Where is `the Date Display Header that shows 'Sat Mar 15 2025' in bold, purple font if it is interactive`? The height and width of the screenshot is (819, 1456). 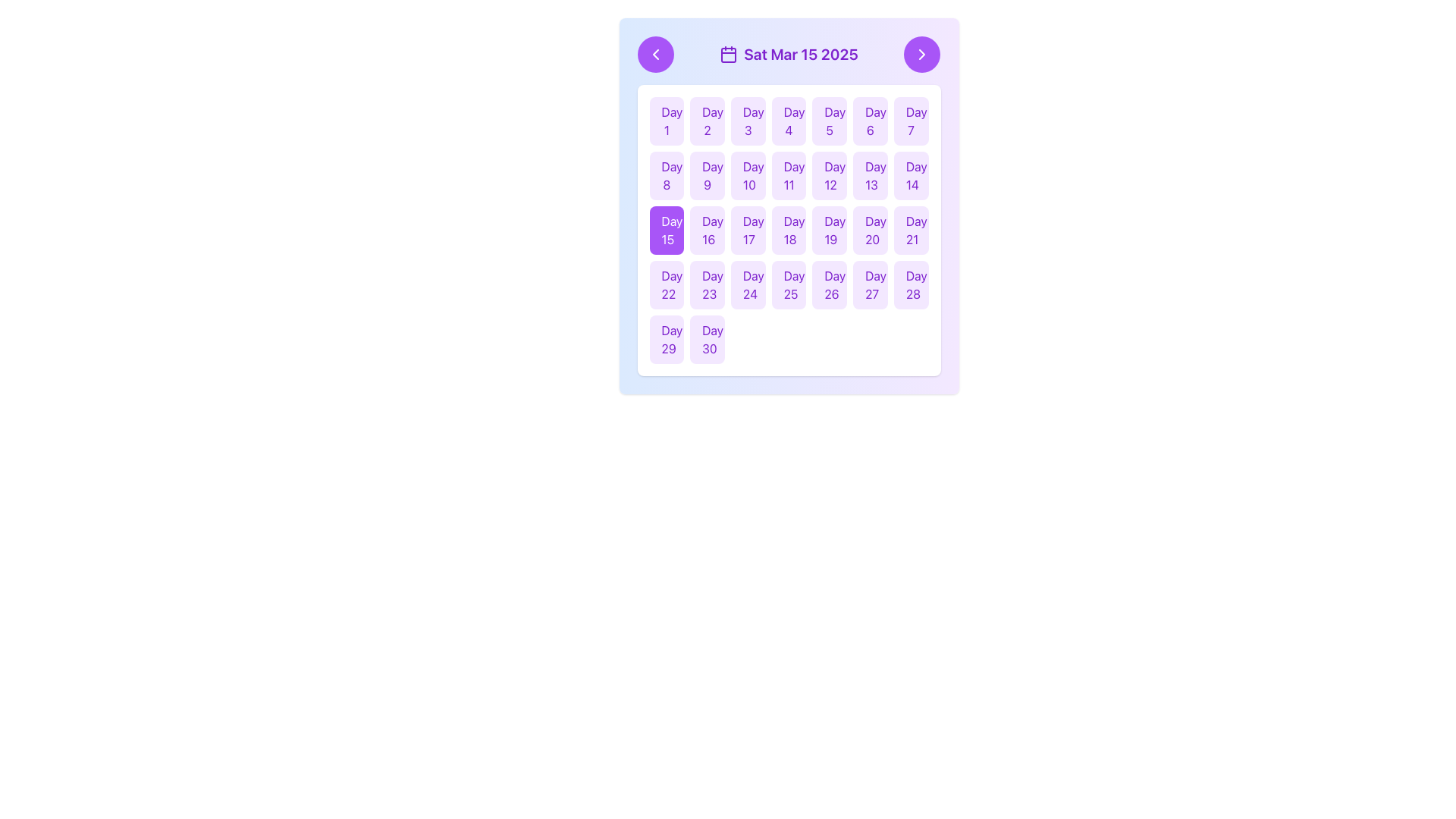 the Date Display Header that shows 'Sat Mar 15 2025' in bold, purple font if it is interactive is located at coordinates (789, 54).